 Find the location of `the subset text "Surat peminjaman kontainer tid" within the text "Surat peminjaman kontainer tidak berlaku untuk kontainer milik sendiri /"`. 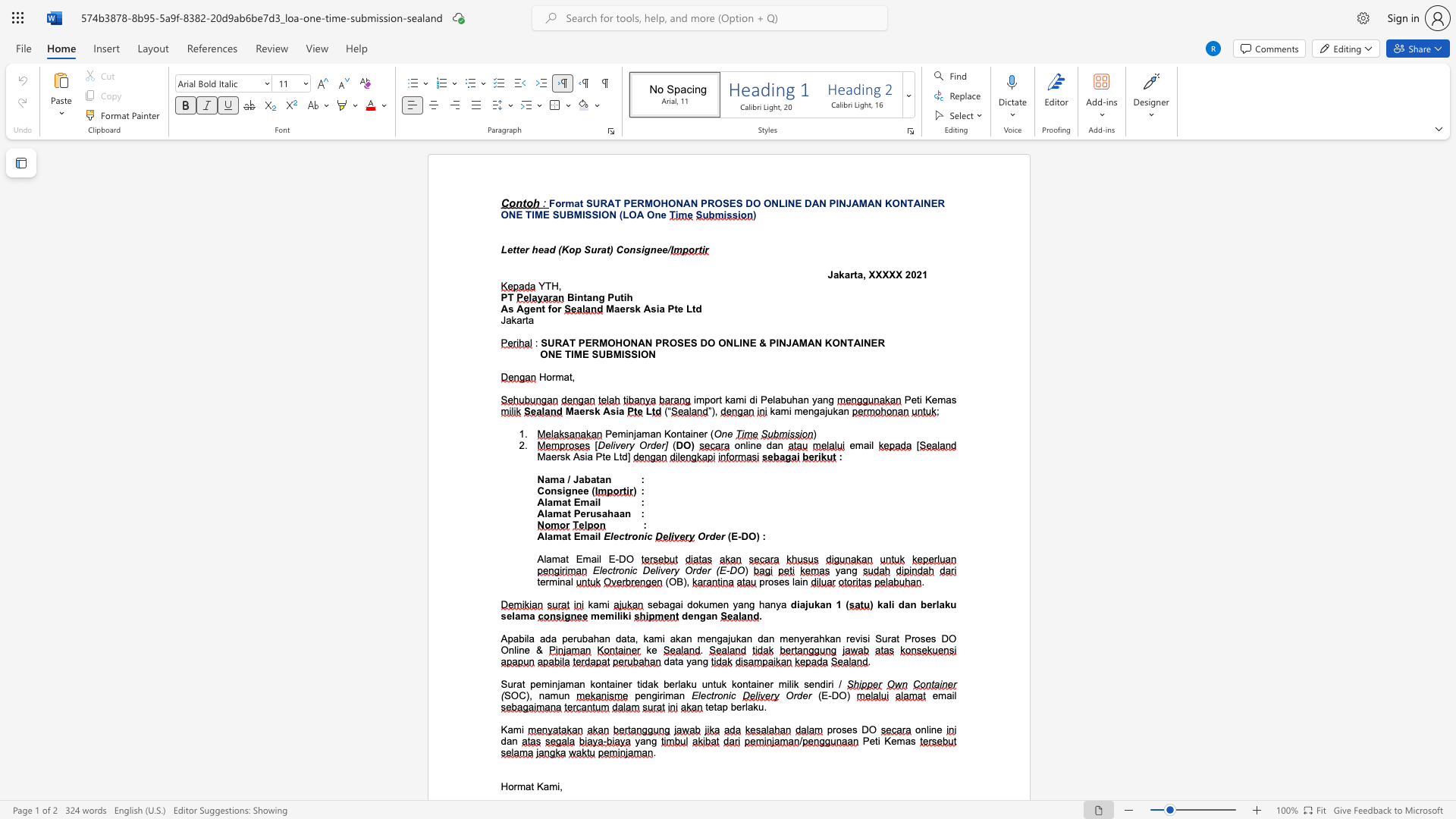

the subset text "Surat peminjaman kontainer tid" within the text "Surat peminjaman kontainer tidak berlaku untuk kontainer milik sendiri /" is located at coordinates (500, 684).